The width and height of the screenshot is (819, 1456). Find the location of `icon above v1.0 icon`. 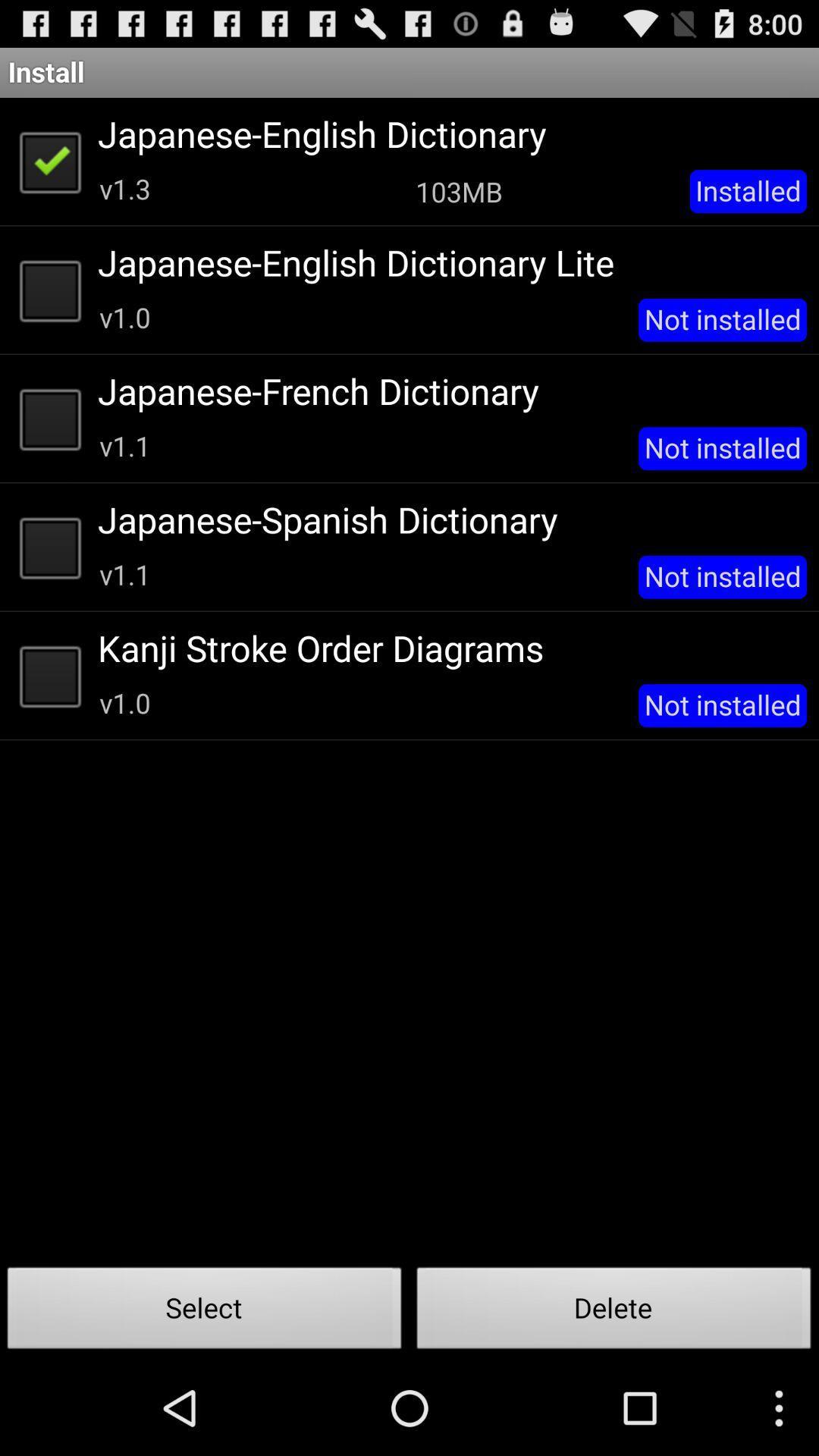

icon above v1.0 icon is located at coordinates (446, 648).